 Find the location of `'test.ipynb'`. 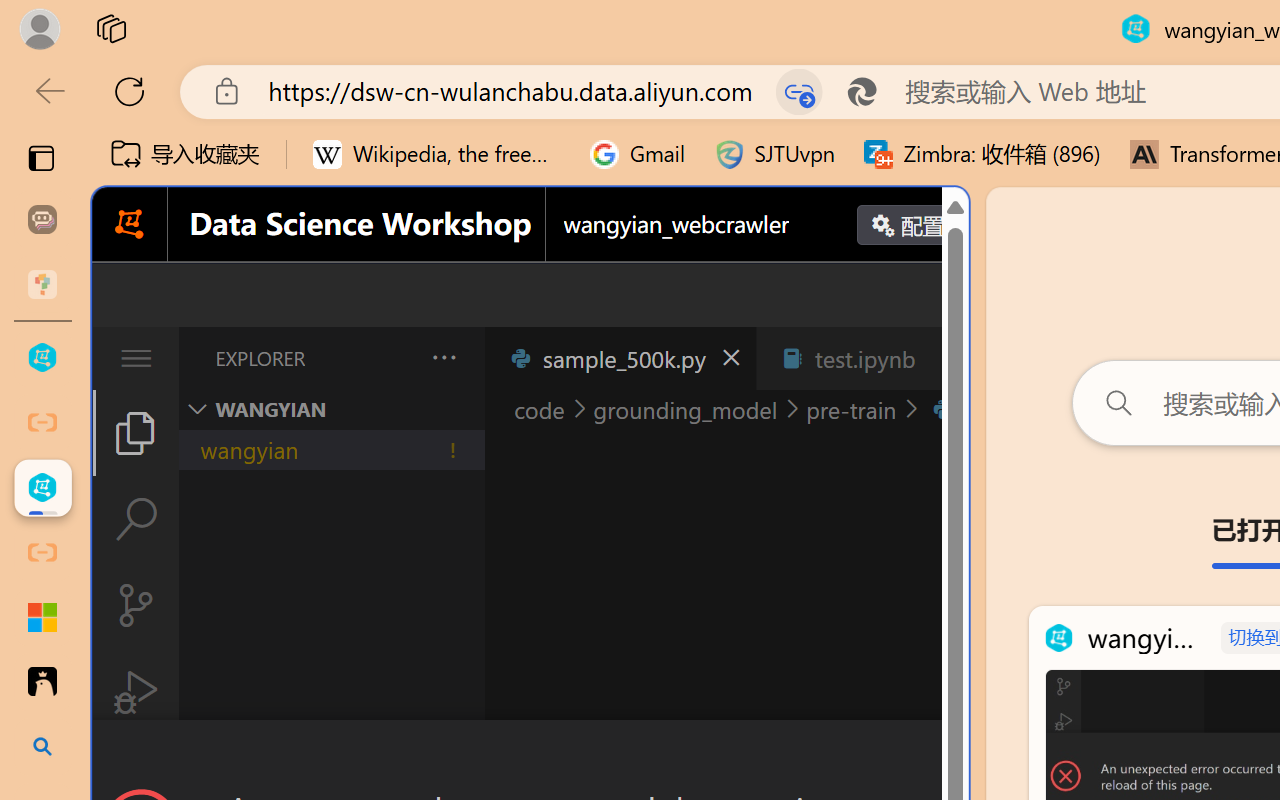

'test.ipynb' is located at coordinates (864, 358).